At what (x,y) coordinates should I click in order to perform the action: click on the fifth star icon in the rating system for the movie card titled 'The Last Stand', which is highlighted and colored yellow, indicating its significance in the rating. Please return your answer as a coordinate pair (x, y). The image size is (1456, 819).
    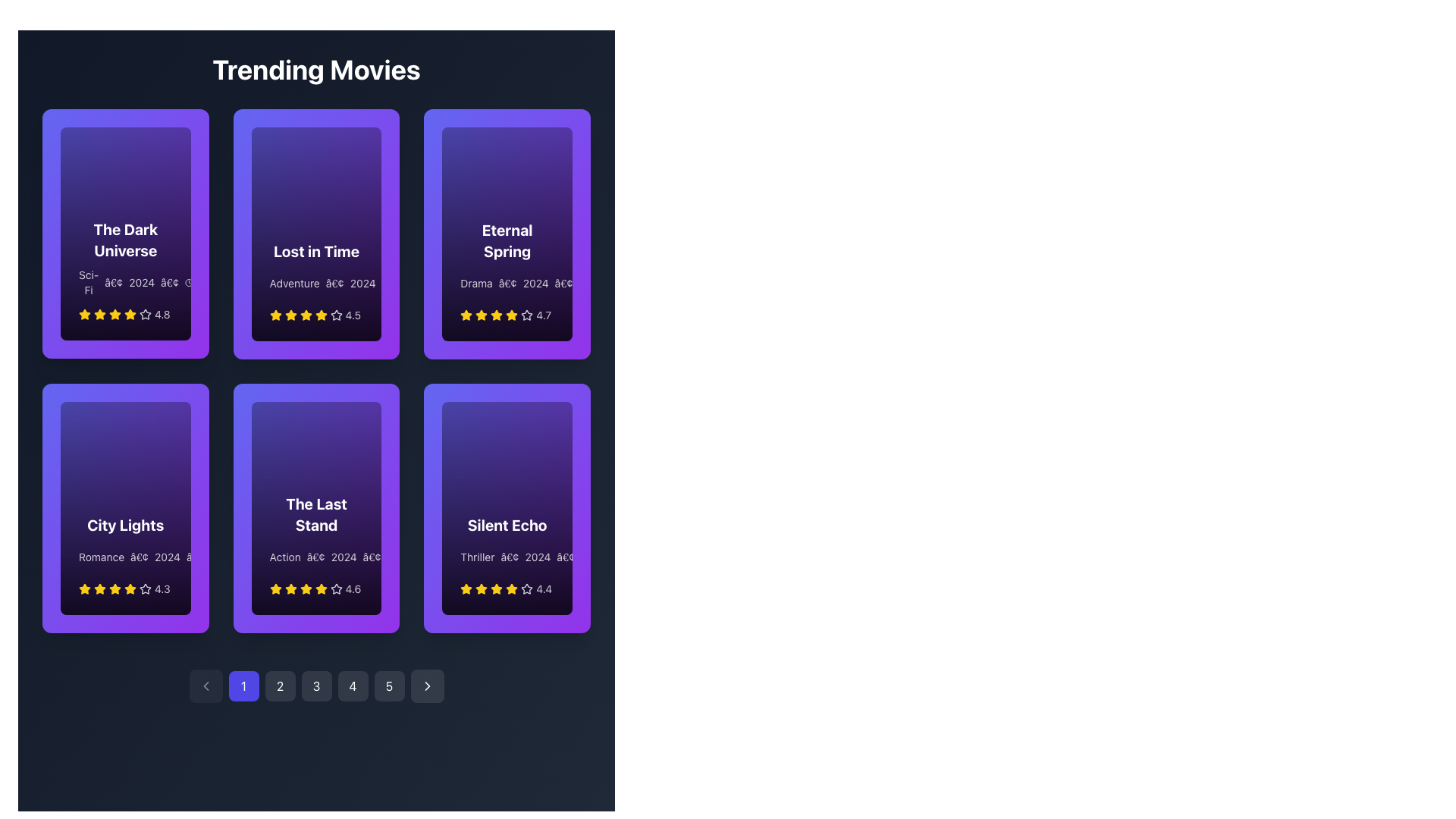
    Looking at the image, I should click on (320, 588).